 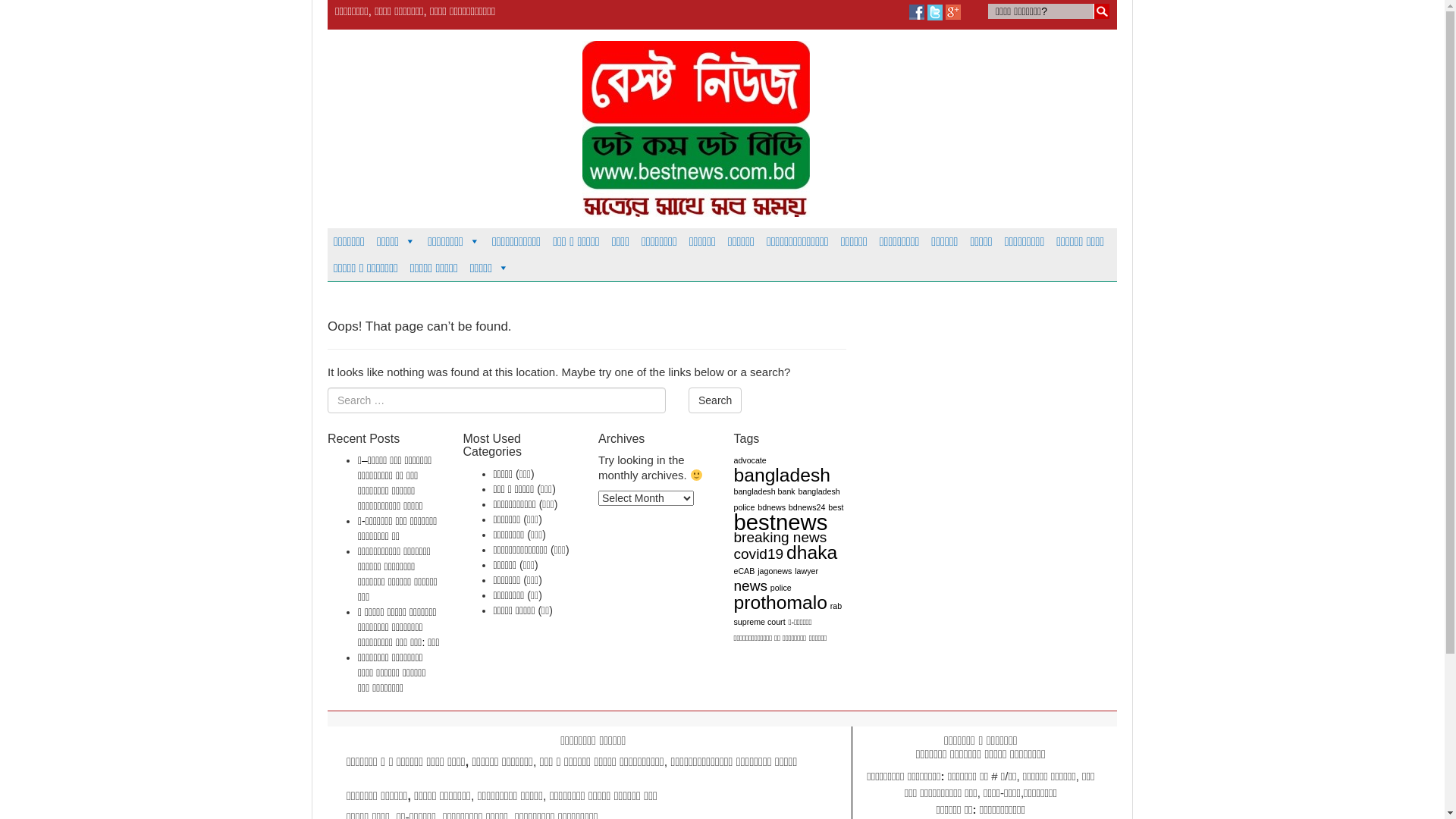 What do you see at coordinates (774, 570) in the screenshot?
I see `'jagonews'` at bounding box center [774, 570].